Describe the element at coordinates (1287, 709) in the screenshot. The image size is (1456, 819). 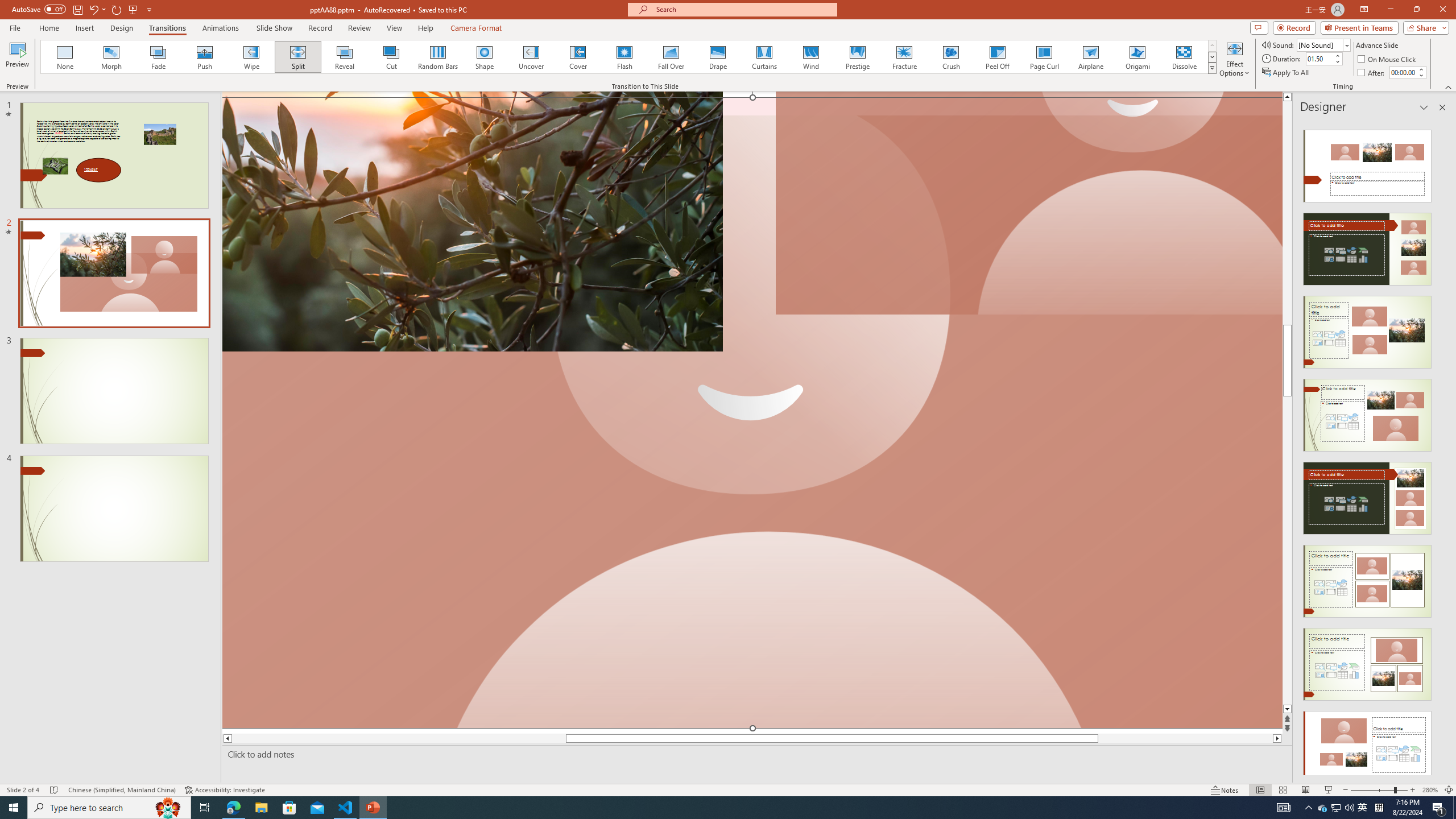
I see `'Line down'` at that location.